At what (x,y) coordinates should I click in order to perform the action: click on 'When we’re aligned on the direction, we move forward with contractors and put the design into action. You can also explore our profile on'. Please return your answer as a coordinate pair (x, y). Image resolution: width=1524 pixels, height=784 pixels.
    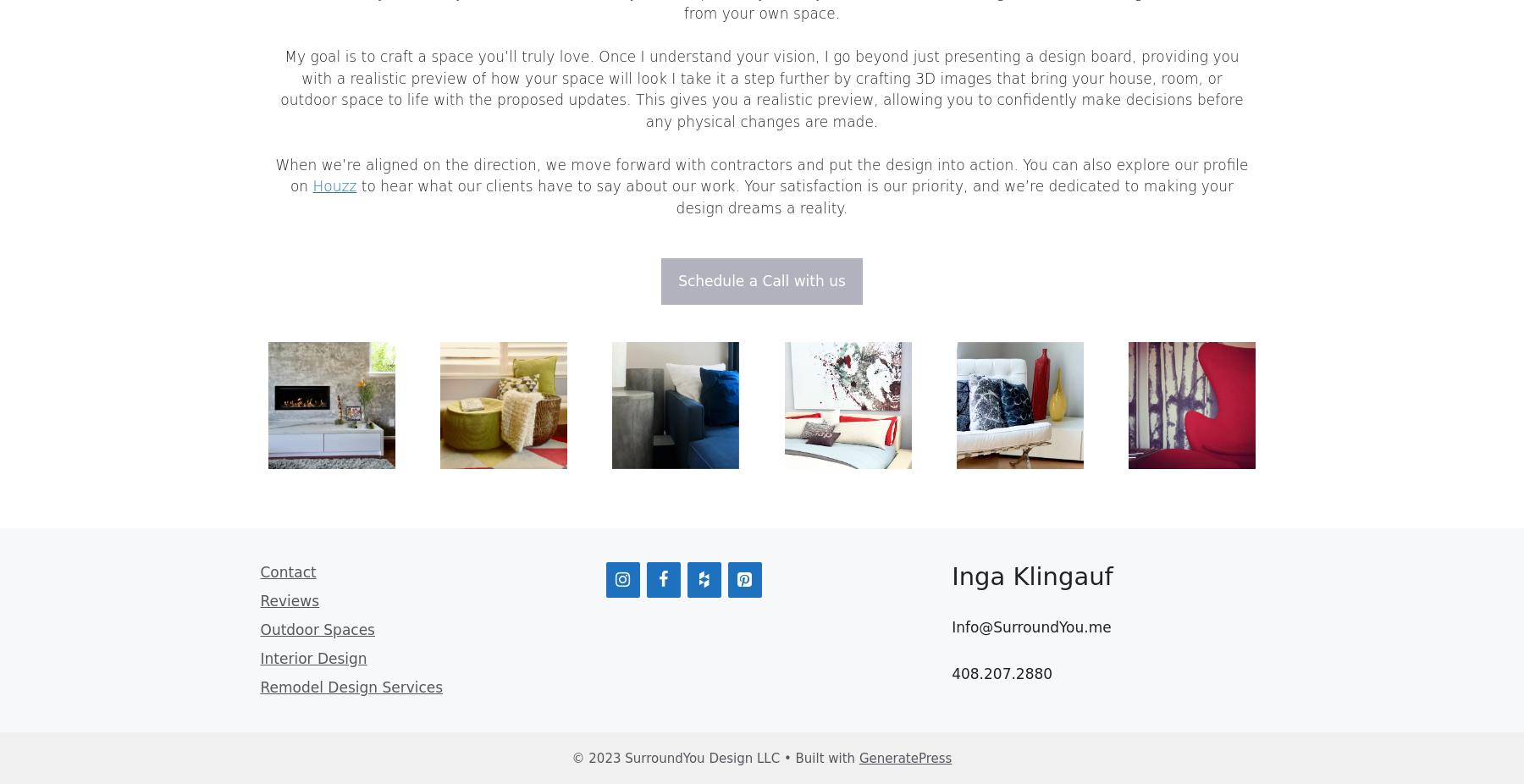
    Looking at the image, I should click on (761, 174).